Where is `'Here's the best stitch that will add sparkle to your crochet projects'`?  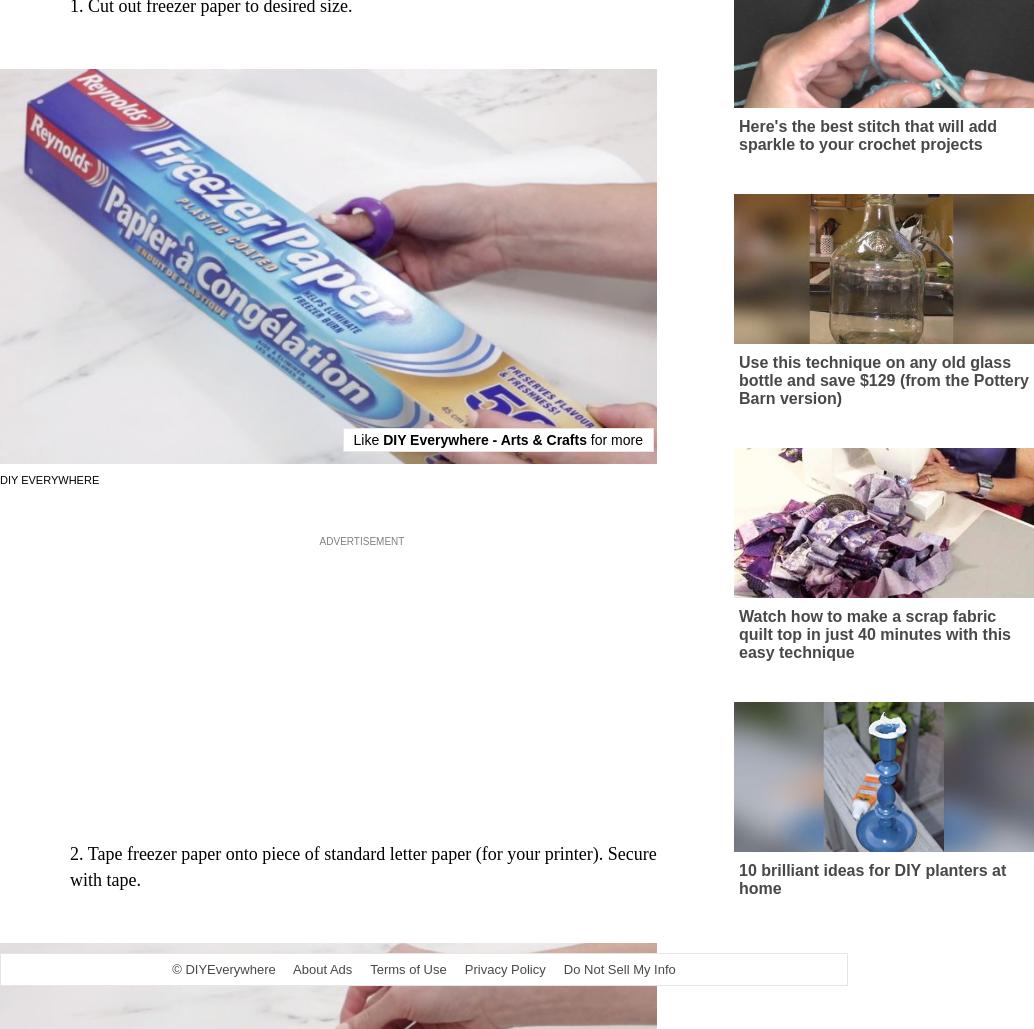
'Here's the best stitch that will add sparkle to your crochet projects' is located at coordinates (867, 154).